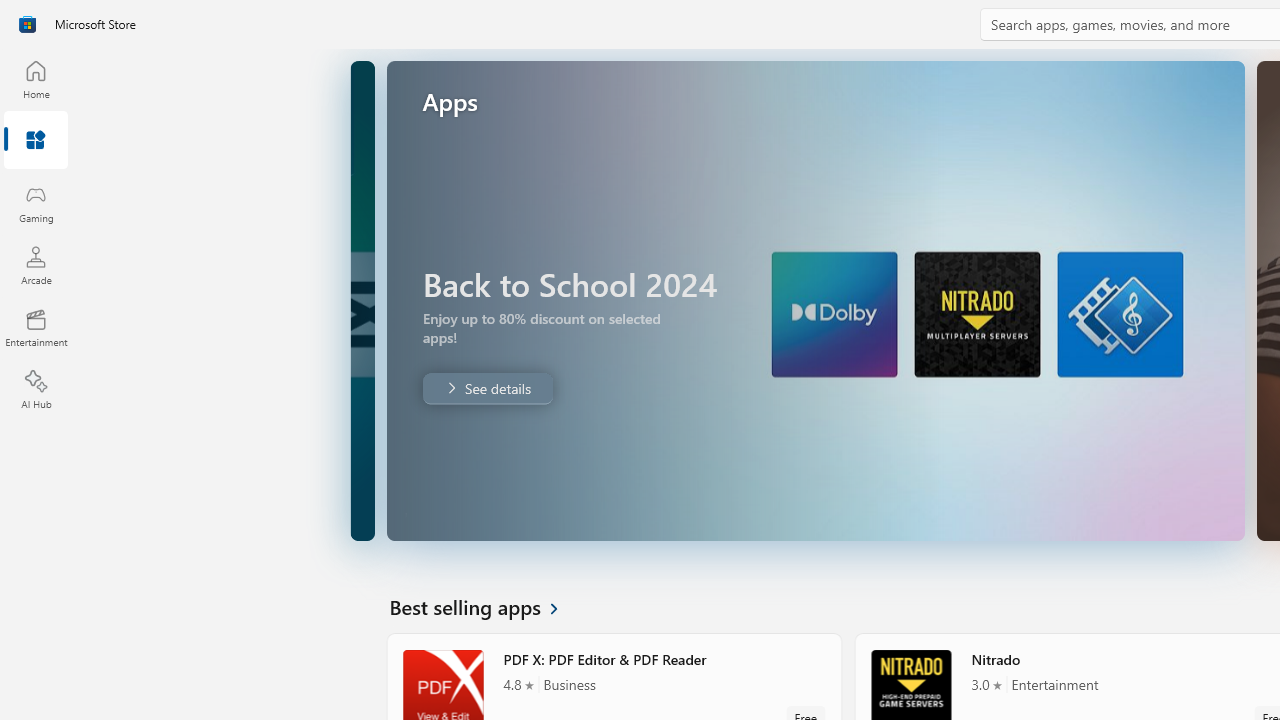 The width and height of the screenshot is (1280, 720). What do you see at coordinates (35, 78) in the screenshot?
I see `'Home'` at bounding box center [35, 78].